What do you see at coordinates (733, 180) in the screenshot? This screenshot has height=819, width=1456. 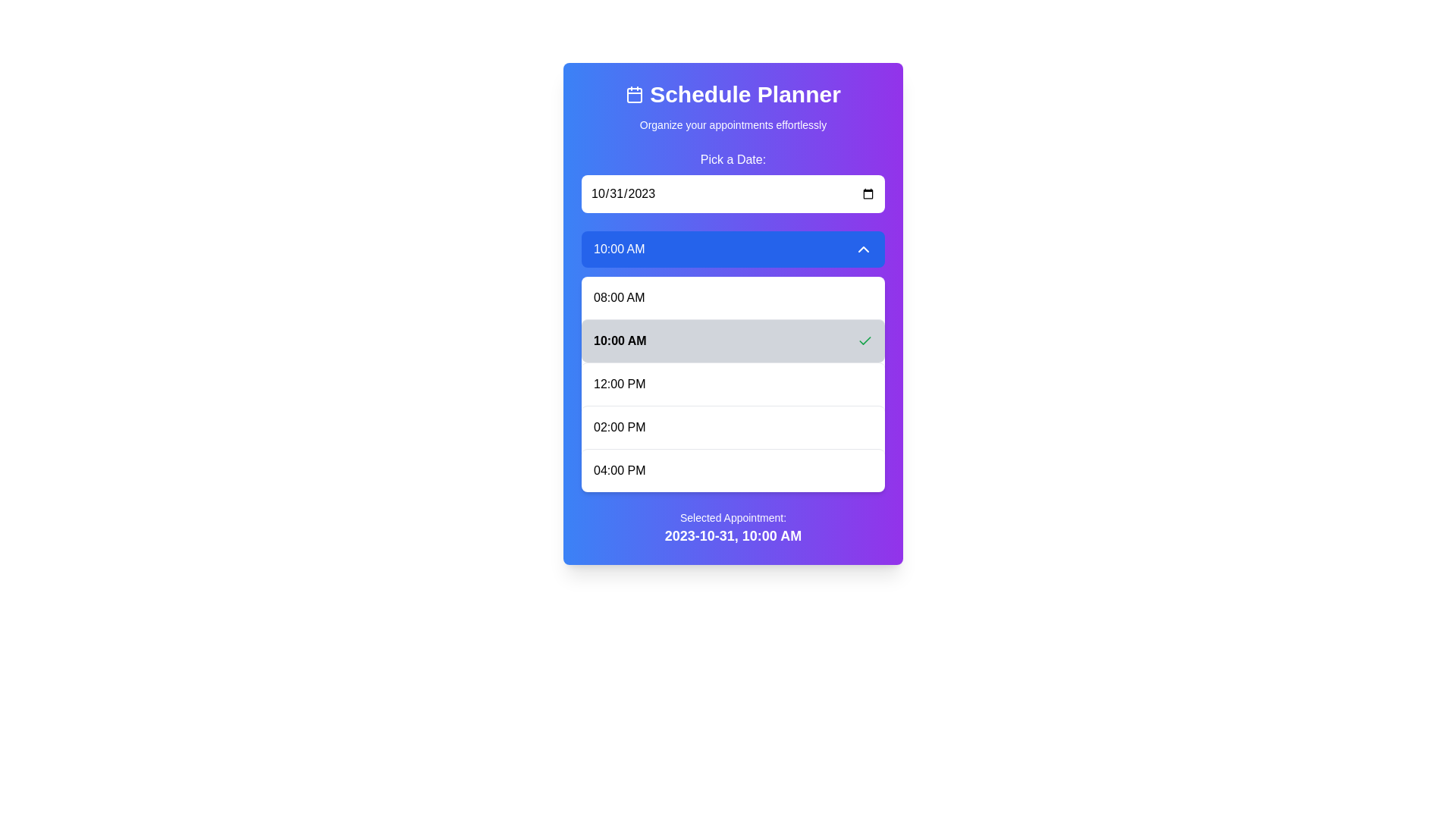 I see `the calendar icon next to the date selection input field labeled 'Pick a Date:'` at bounding box center [733, 180].